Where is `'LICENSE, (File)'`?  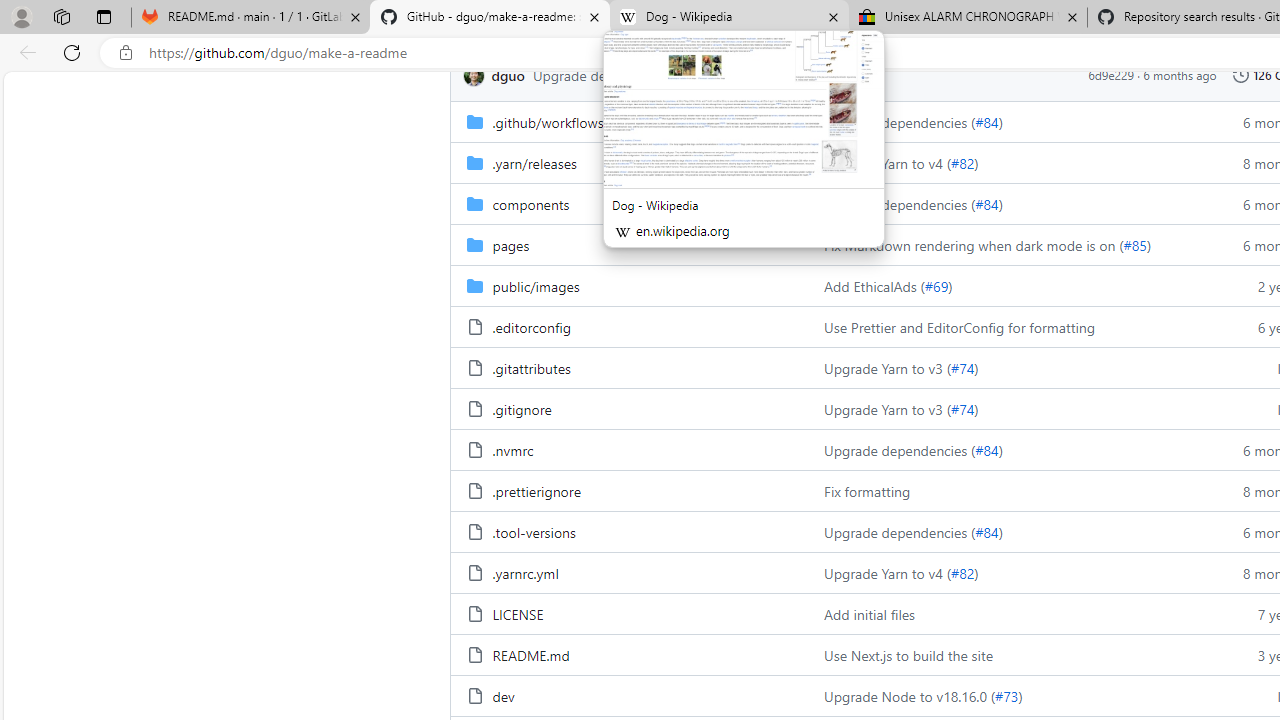
'LICENSE, (File)' is located at coordinates (517, 613).